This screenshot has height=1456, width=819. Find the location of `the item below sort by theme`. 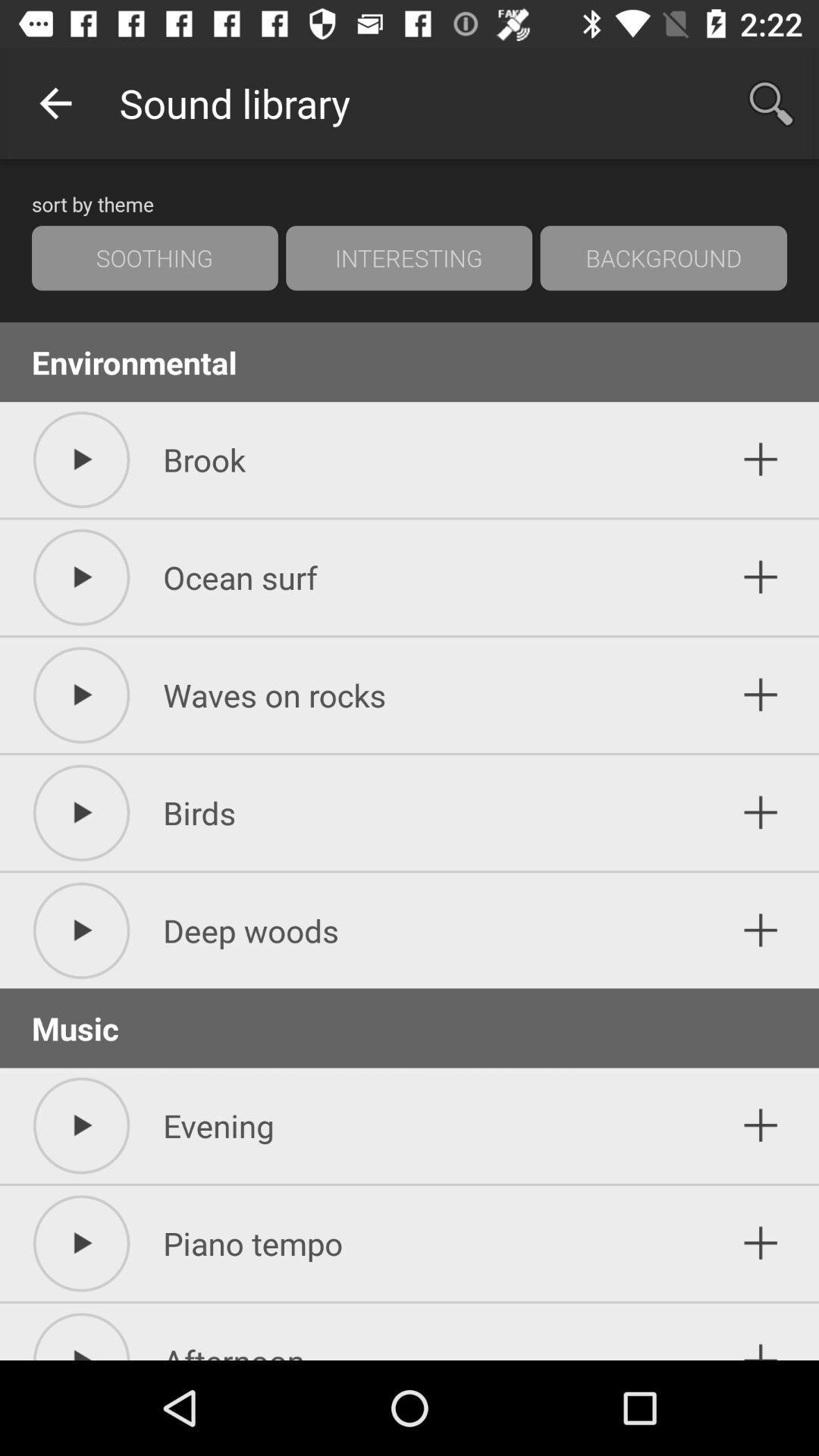

the item below sort by theme is located at coordinates (408, 258).